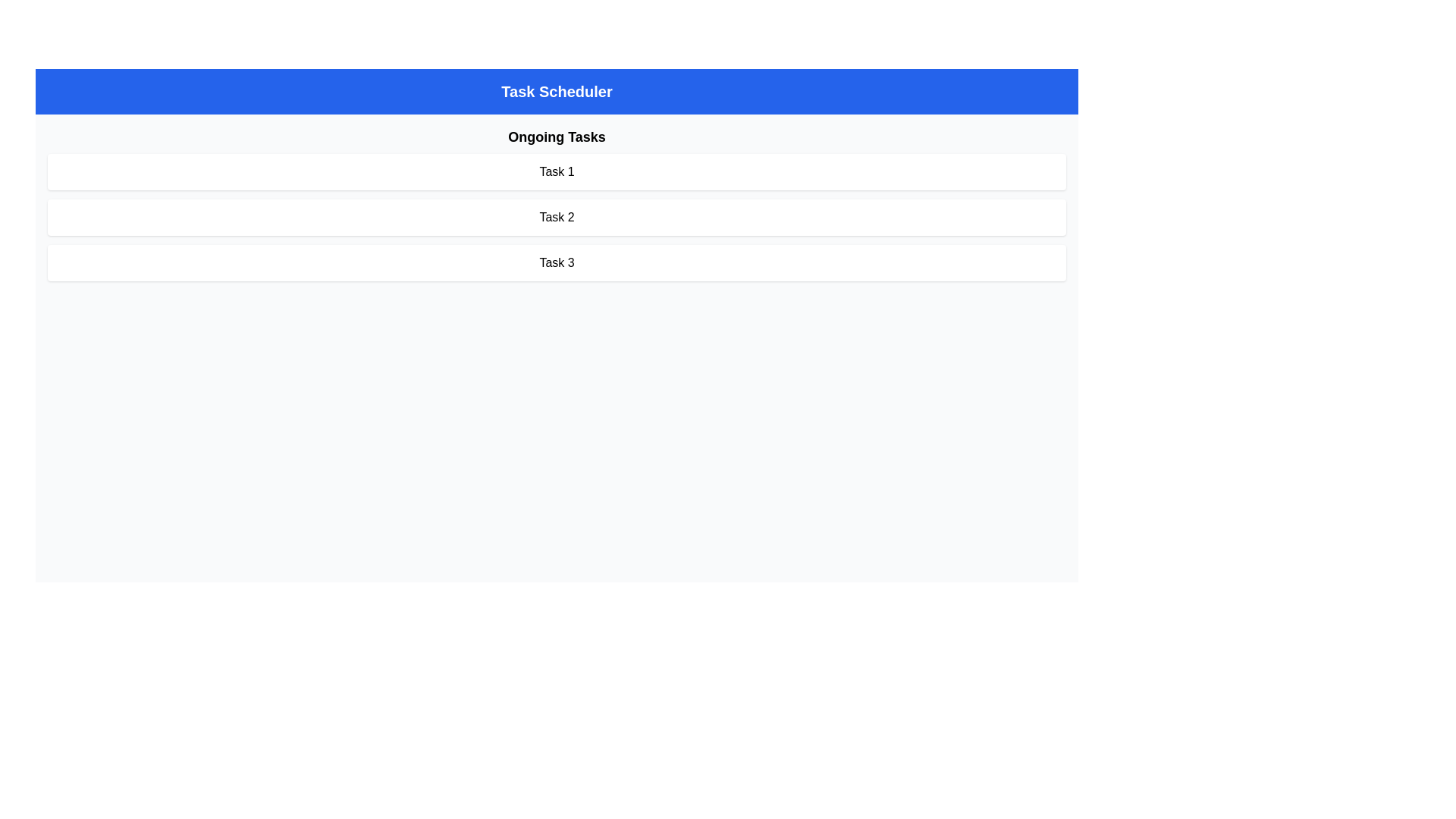 The image size is (1456, 819). What do you see at coordinates (556, 217) in the screenshot?
I see `the 'Task 2' label, which is a rectangular UI component with bold black text on a white background` at bounding box center [556, 217].